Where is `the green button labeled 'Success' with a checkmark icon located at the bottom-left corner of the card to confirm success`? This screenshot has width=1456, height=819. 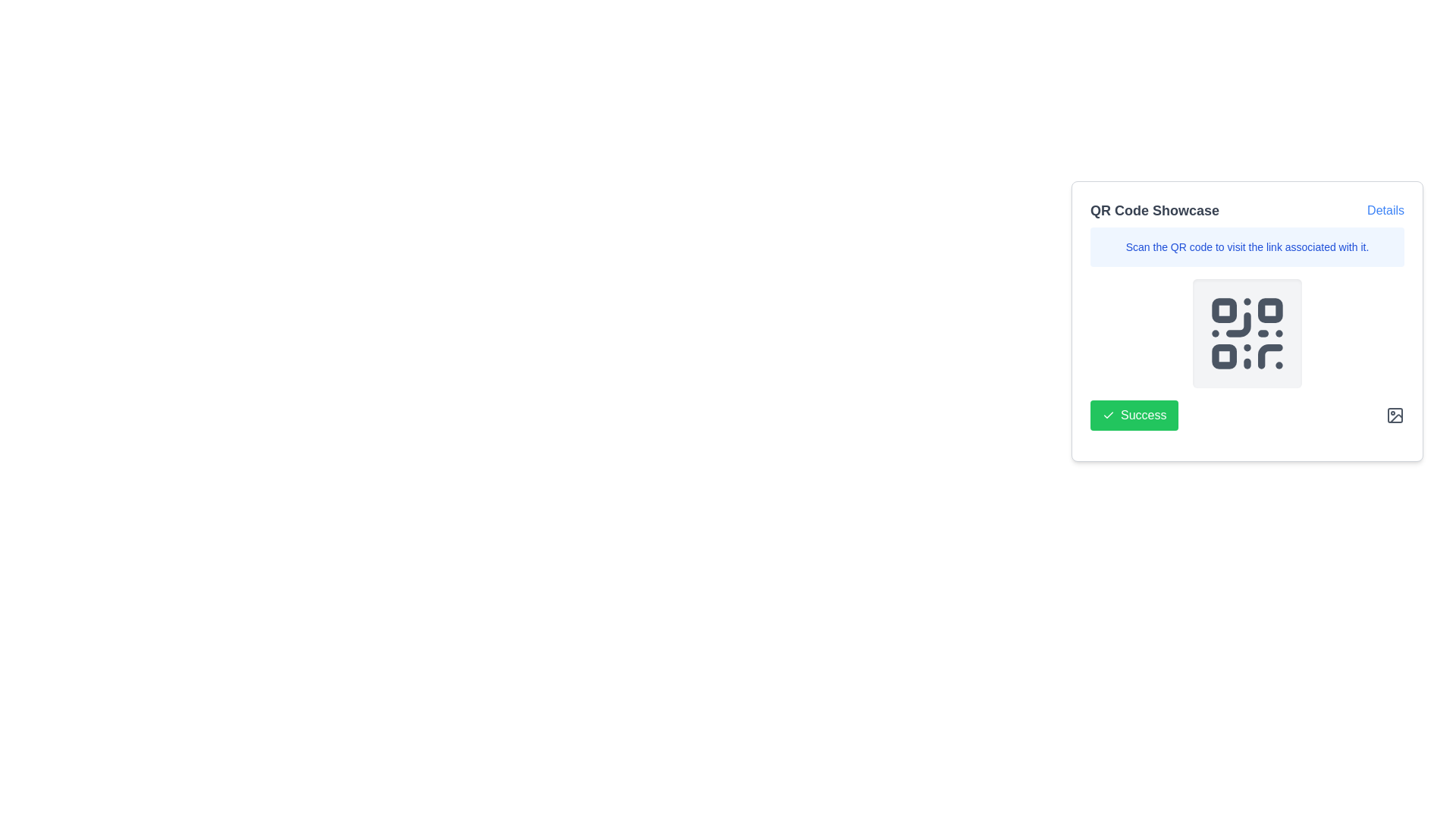 the green button labeled 'Success' with a checkmark icon located at the bottom-left corner of the card to confirm success is located at coordinates (1134, 415).